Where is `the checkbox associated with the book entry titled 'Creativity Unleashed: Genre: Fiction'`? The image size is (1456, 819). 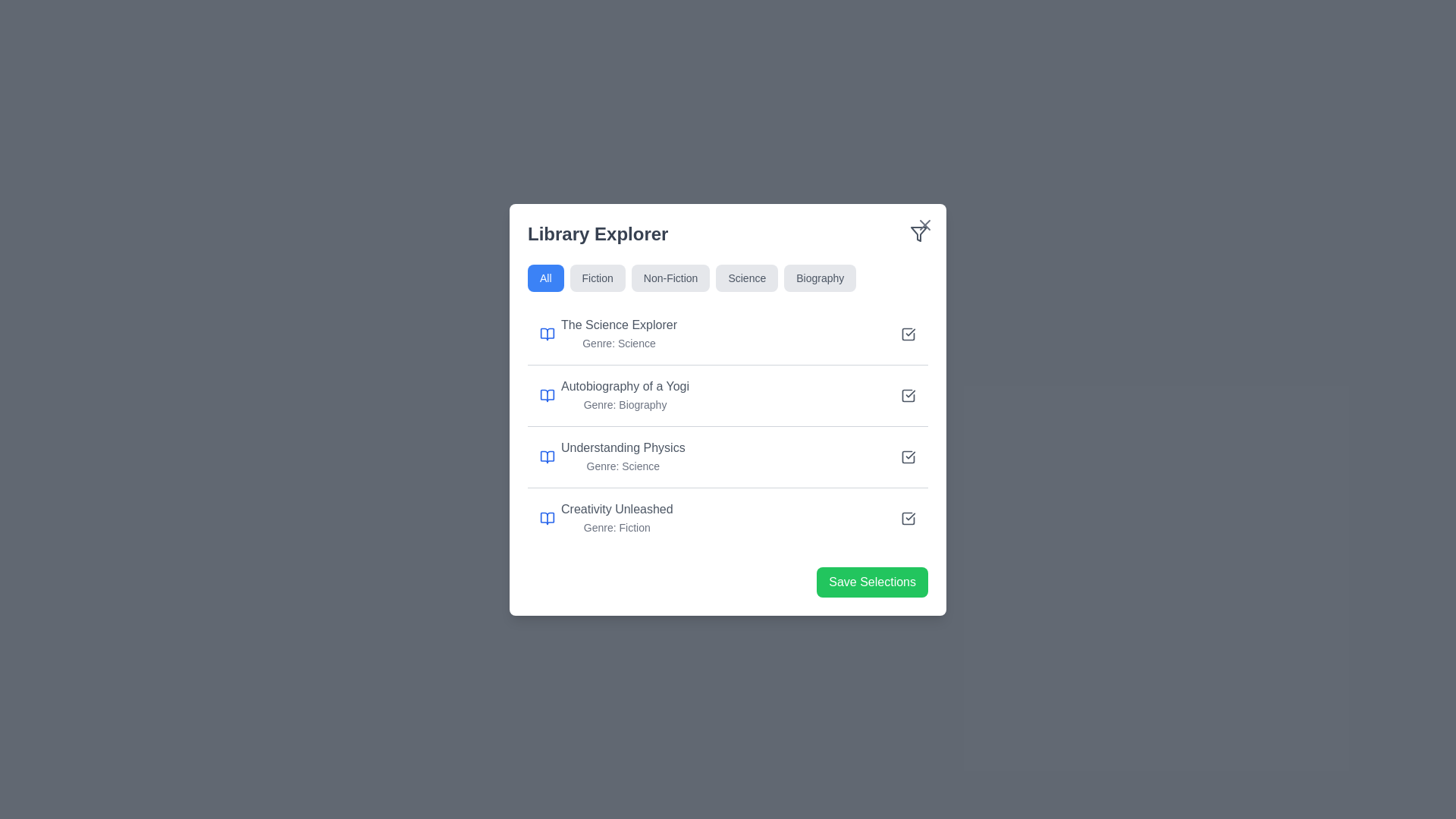
the checkbox associated with the book entry titled 'Creativity Unleashed: Genre: Fiction' is located at coordinates (908, 517).